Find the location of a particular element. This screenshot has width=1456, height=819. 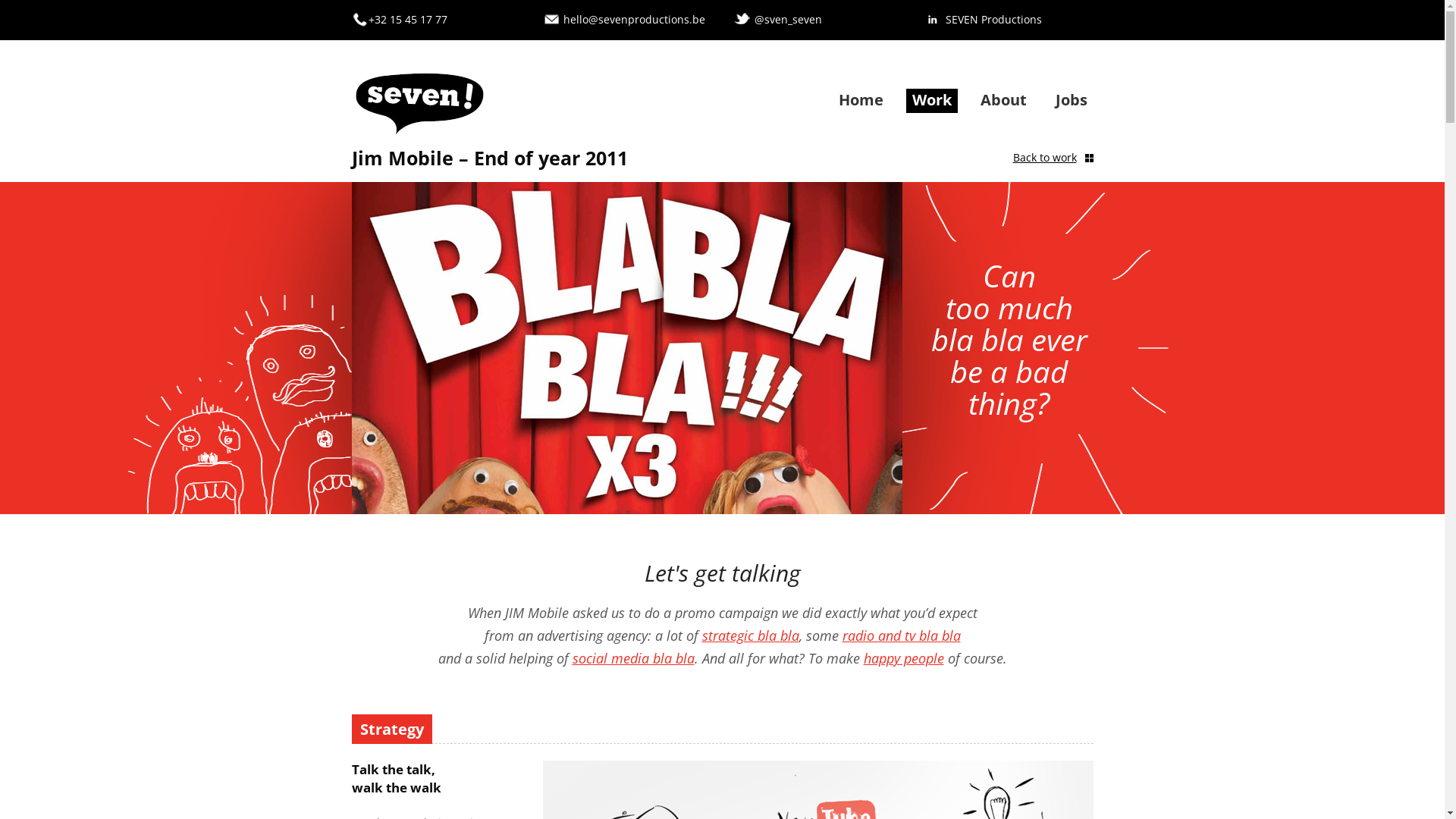

'About' is located at coordinates (979, 99).